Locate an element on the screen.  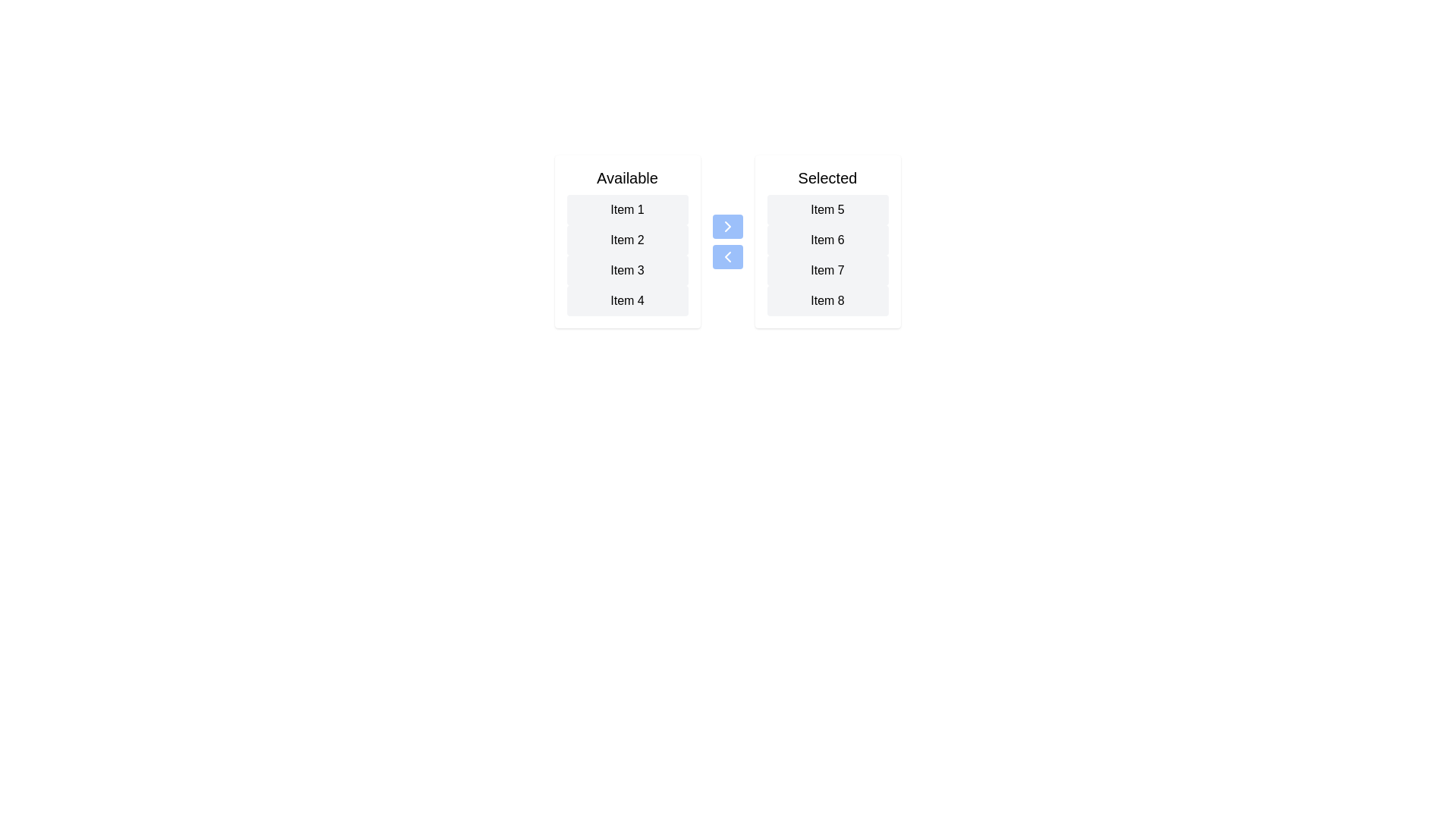
the left-pointing arrow icon, which serves as a back navigation control located between the 'Available' and 'Selected' lists is located at coordinates (726, 256).